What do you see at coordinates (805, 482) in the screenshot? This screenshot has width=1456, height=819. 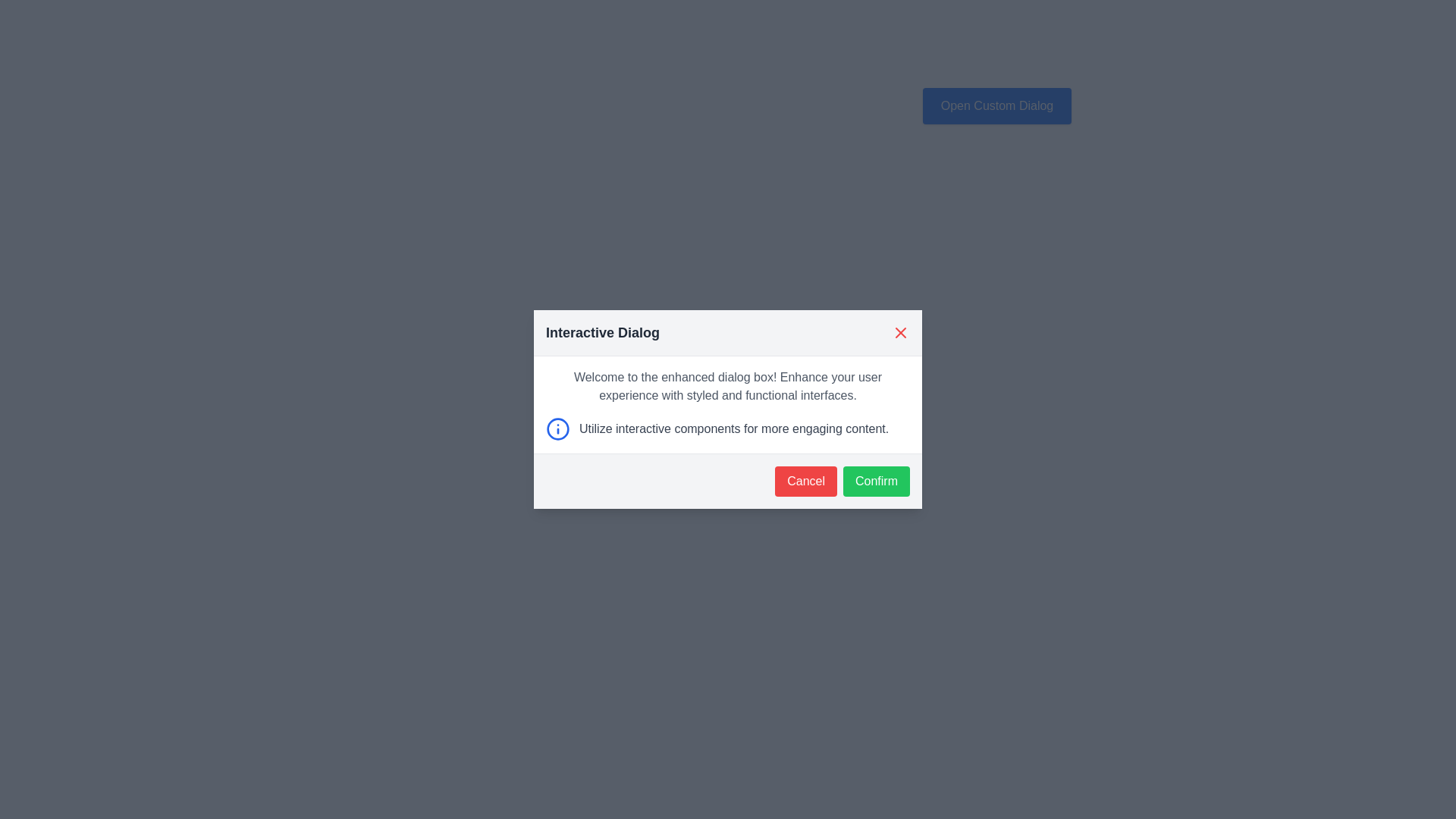 I see `the red rectangular 'Cancel' button with rounded corners to observe its hover effect` at bounding box center [805, 482].